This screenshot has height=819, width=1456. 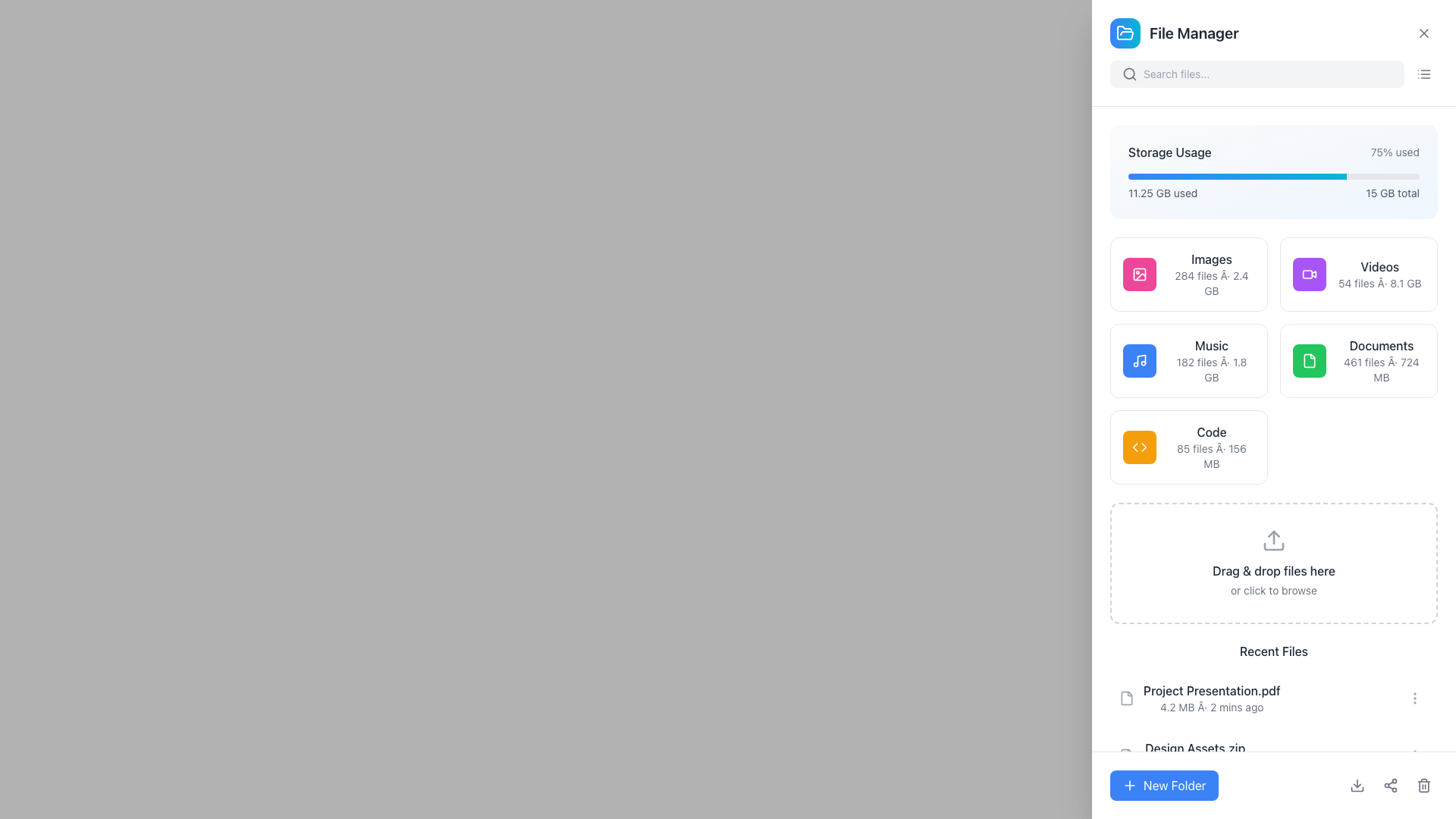 I want to click on the link provided in the instructional text located at the bottom of the file upload section, which is positioned centrally under the 'Drag & drop files here' text, so click(x=1274, y=590).